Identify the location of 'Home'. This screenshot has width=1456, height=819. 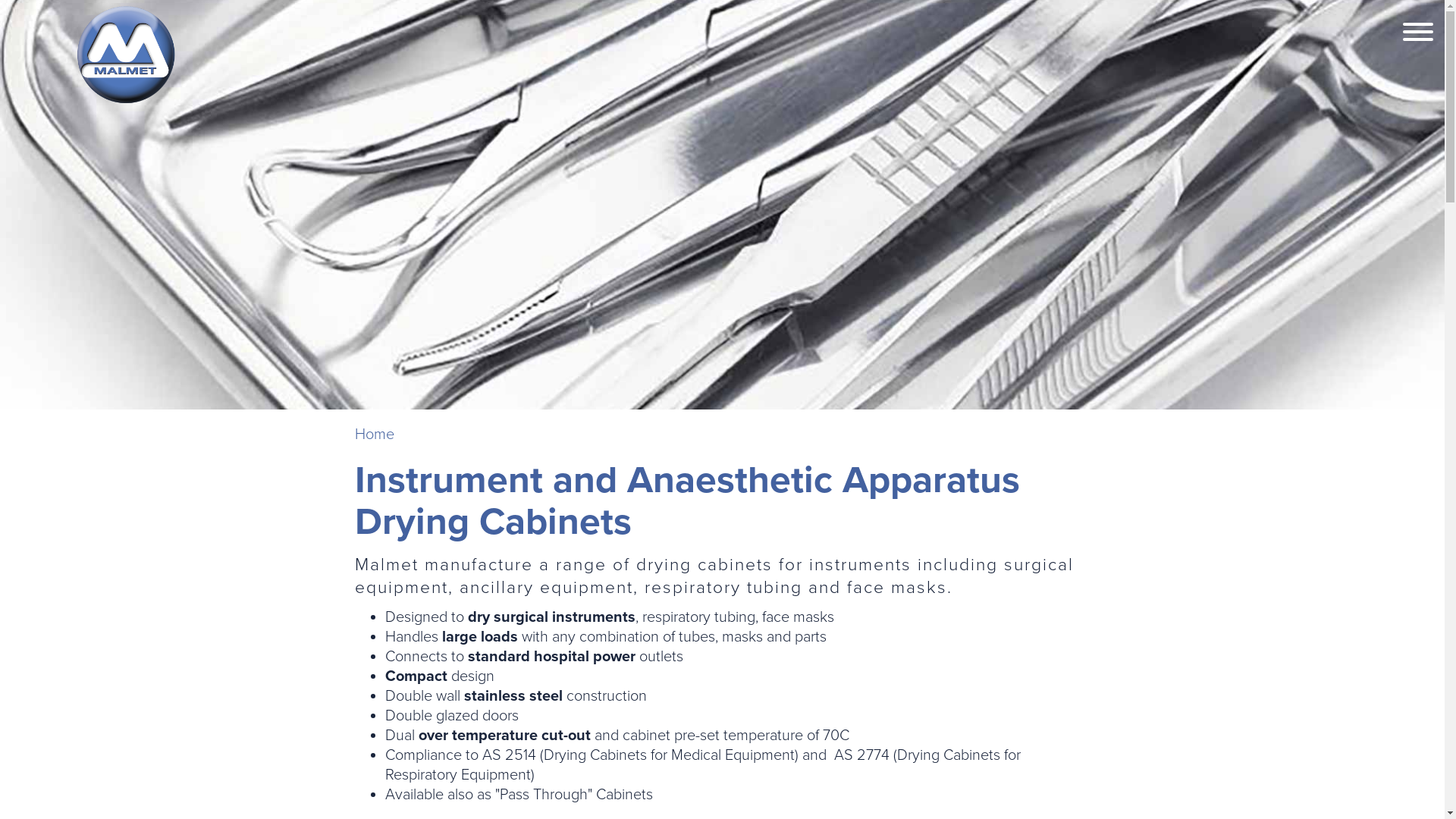
(375, 435).